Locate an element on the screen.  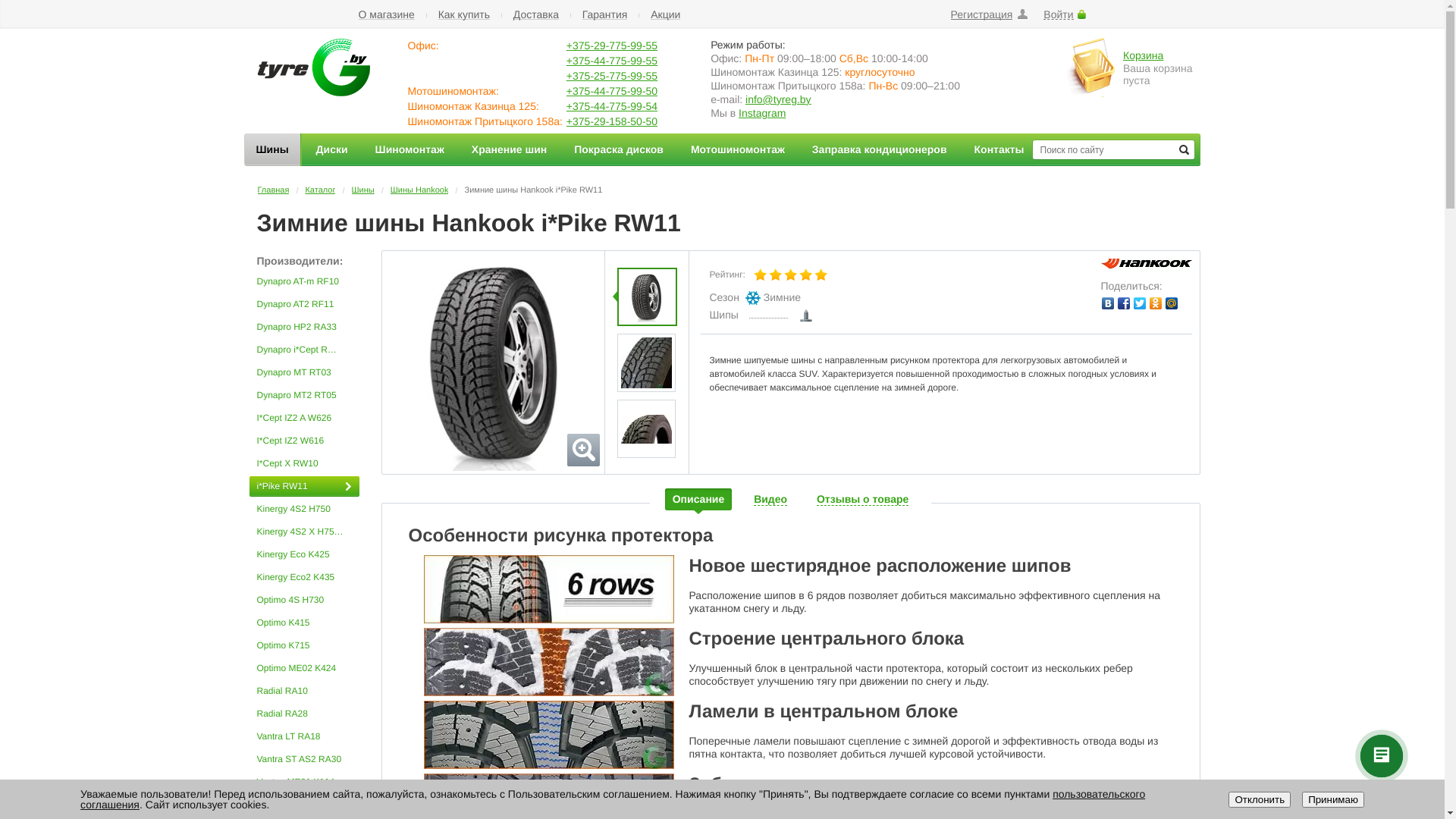
'i*Pike RW11' is located at coordinates (303, 486).